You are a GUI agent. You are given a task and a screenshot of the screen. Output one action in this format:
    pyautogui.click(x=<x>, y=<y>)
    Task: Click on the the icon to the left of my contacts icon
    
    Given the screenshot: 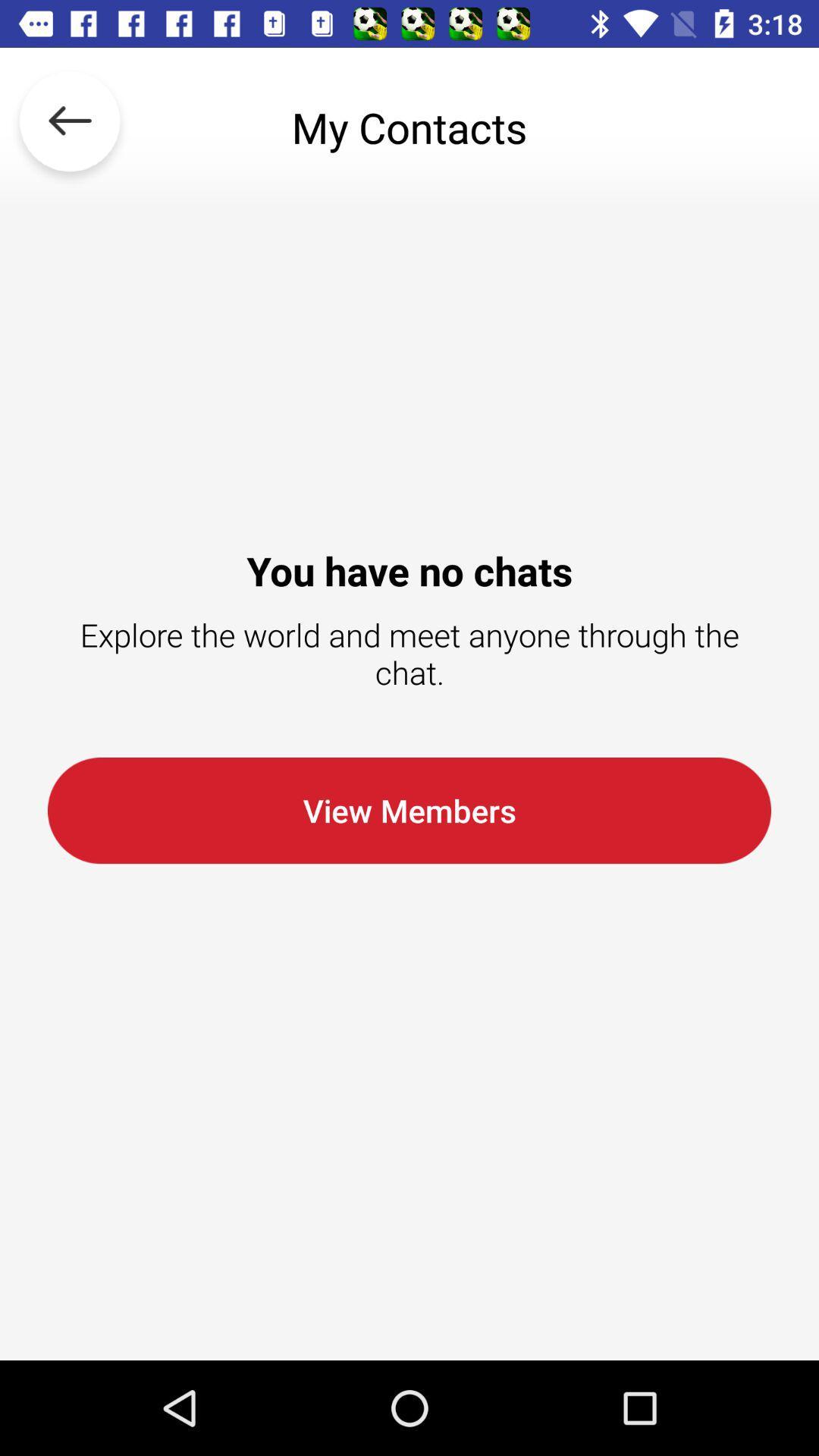 What is the action you would take?
    pyautogui.click(x=70, y=127)
    